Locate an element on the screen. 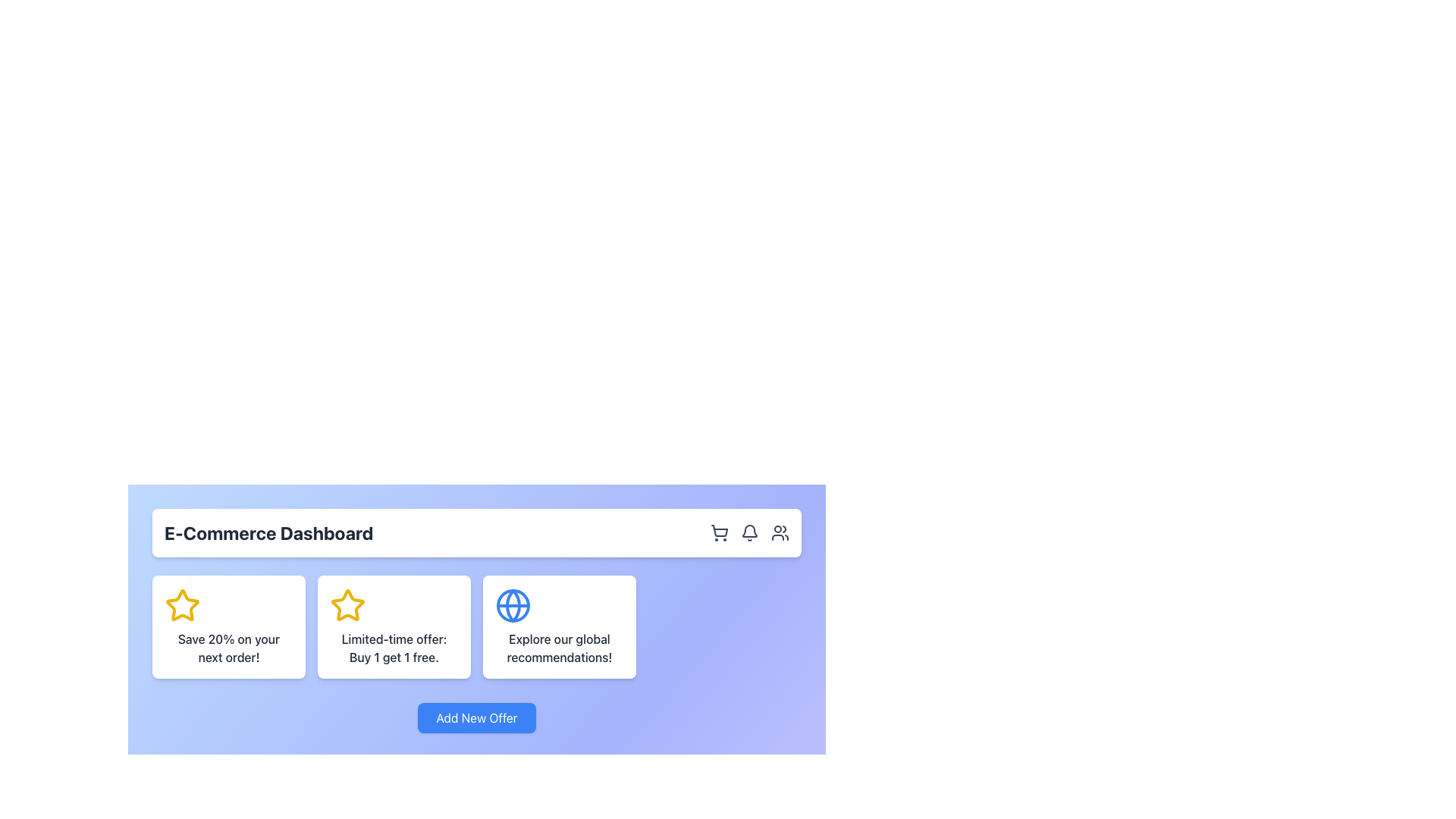  the notification icon represented by a bell, located between the shopping cart icon and the user profile icon in the E-Commerce Dashboard is located at coordinates (749, 532).